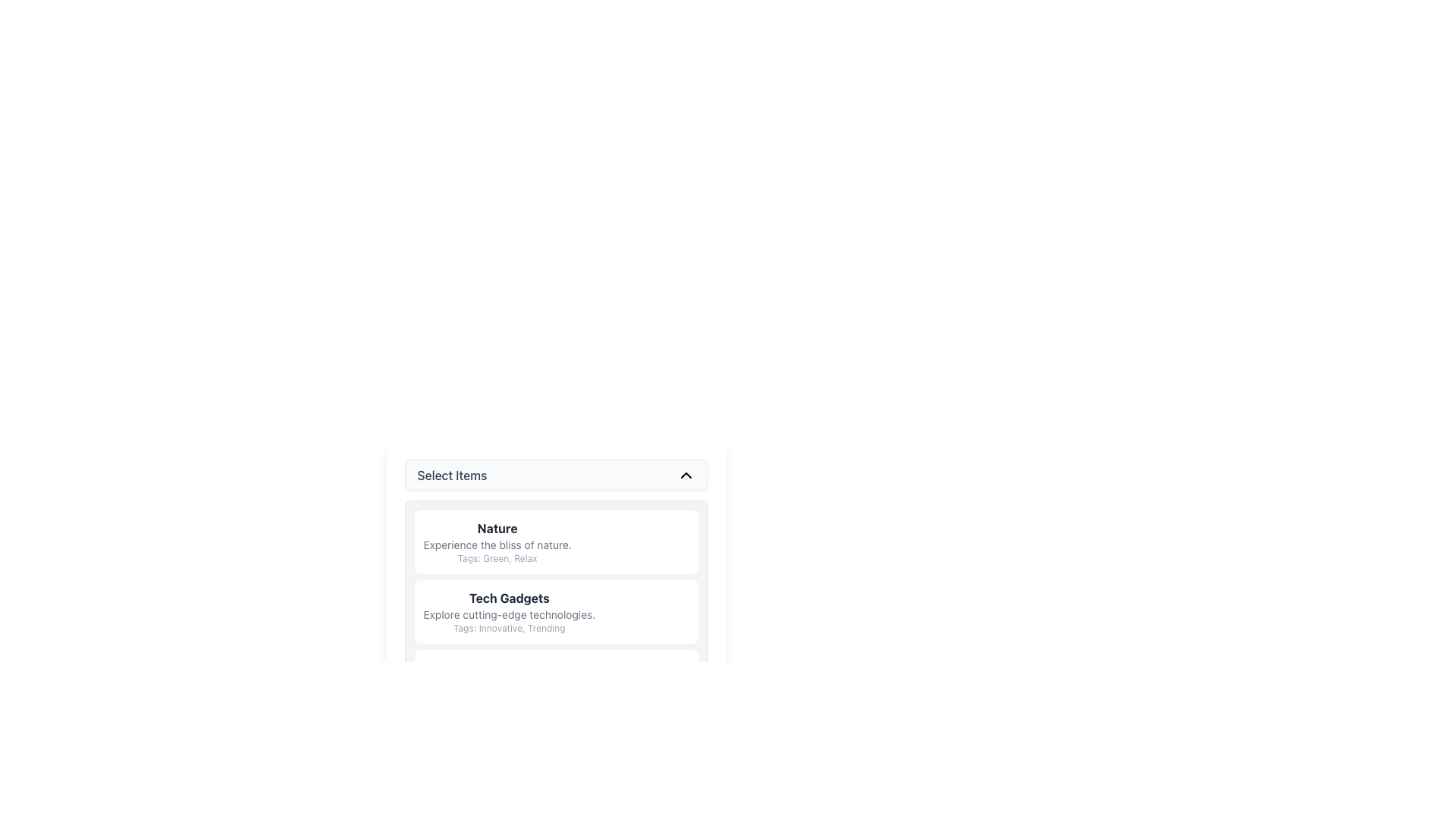 The width and height of the screenshot is (1456, 819). What do you see at coordinates (497, 544) in the screenshot?
I see `the descriptive text element located below the 'Nature' heading and above the 'Tags: Green, Relax' descriptions, which provides contextual understanding of 'Nature'` at bounding box center [497, 544].